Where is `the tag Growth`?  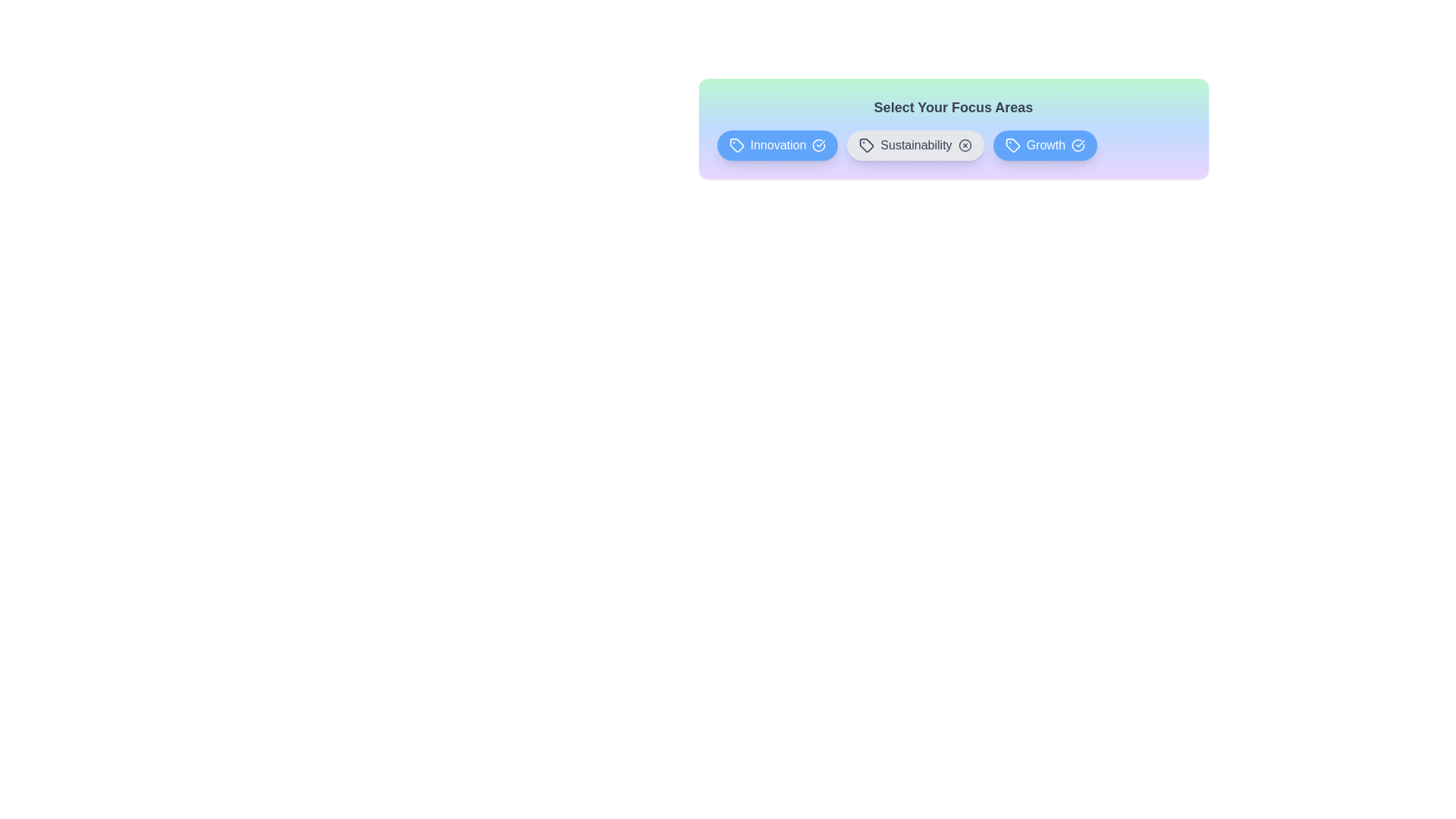 the tag Growth is located at coordinates (1044, 146).